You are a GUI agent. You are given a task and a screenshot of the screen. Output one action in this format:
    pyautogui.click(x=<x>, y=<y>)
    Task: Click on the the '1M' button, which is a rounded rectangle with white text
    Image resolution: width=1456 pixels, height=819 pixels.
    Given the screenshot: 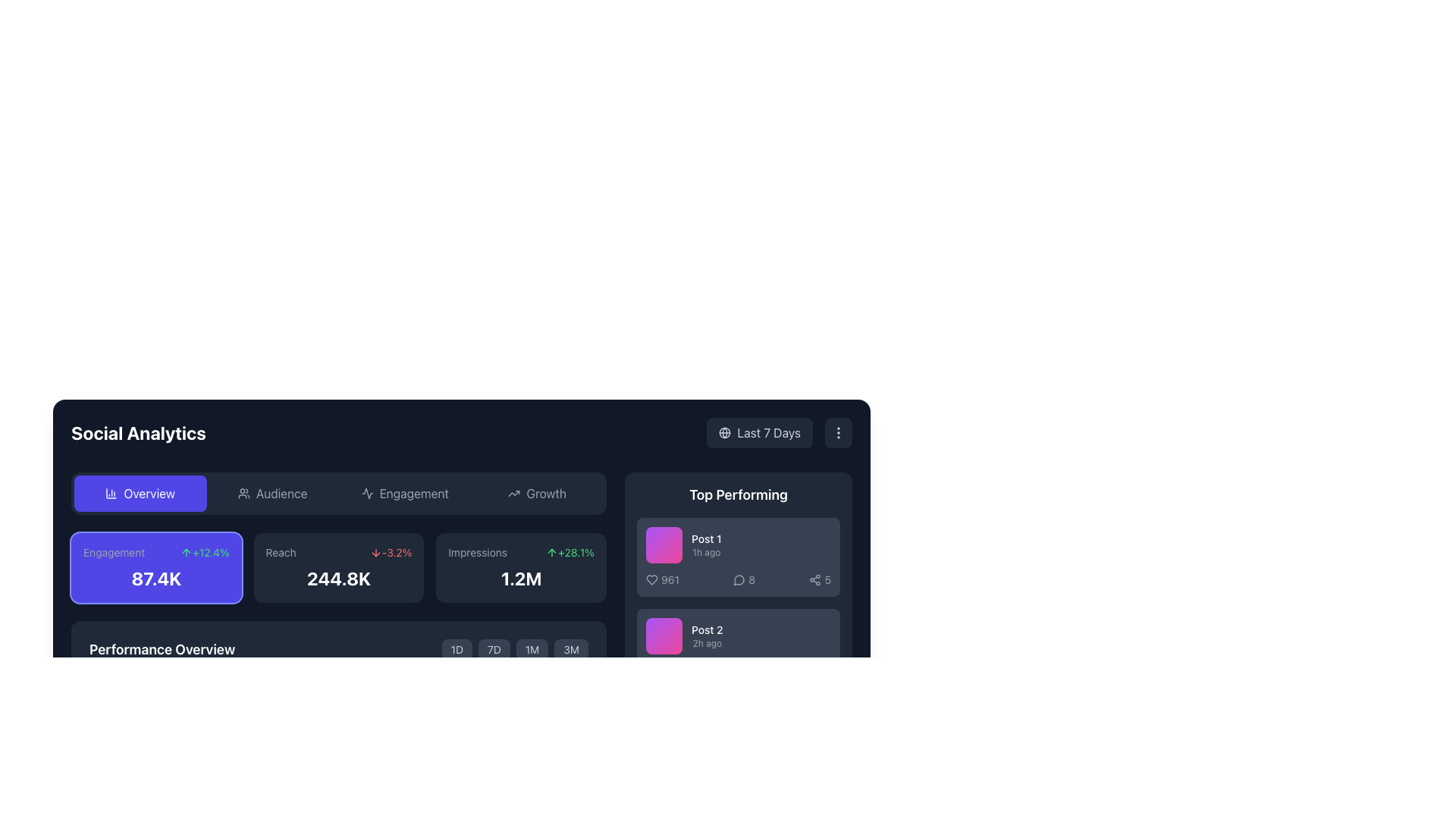 What is the action you would take?
    pyautogui.click(x=515, y=648)
    